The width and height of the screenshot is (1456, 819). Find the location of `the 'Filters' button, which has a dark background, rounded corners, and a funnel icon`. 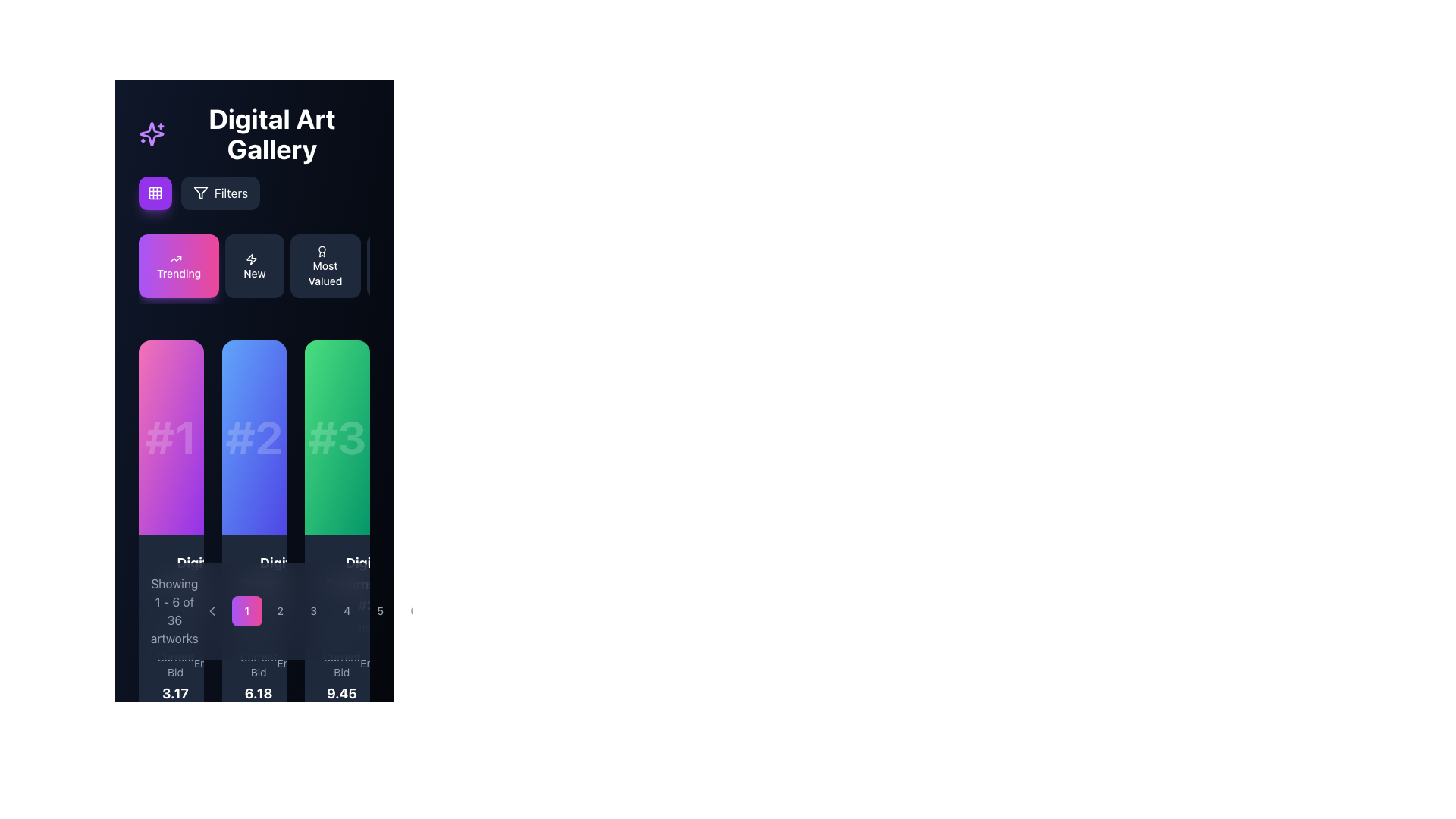

the 'Filters' button, which has a dark background, rounded corners, and a funnel icon is located at coordinates (220, 192).